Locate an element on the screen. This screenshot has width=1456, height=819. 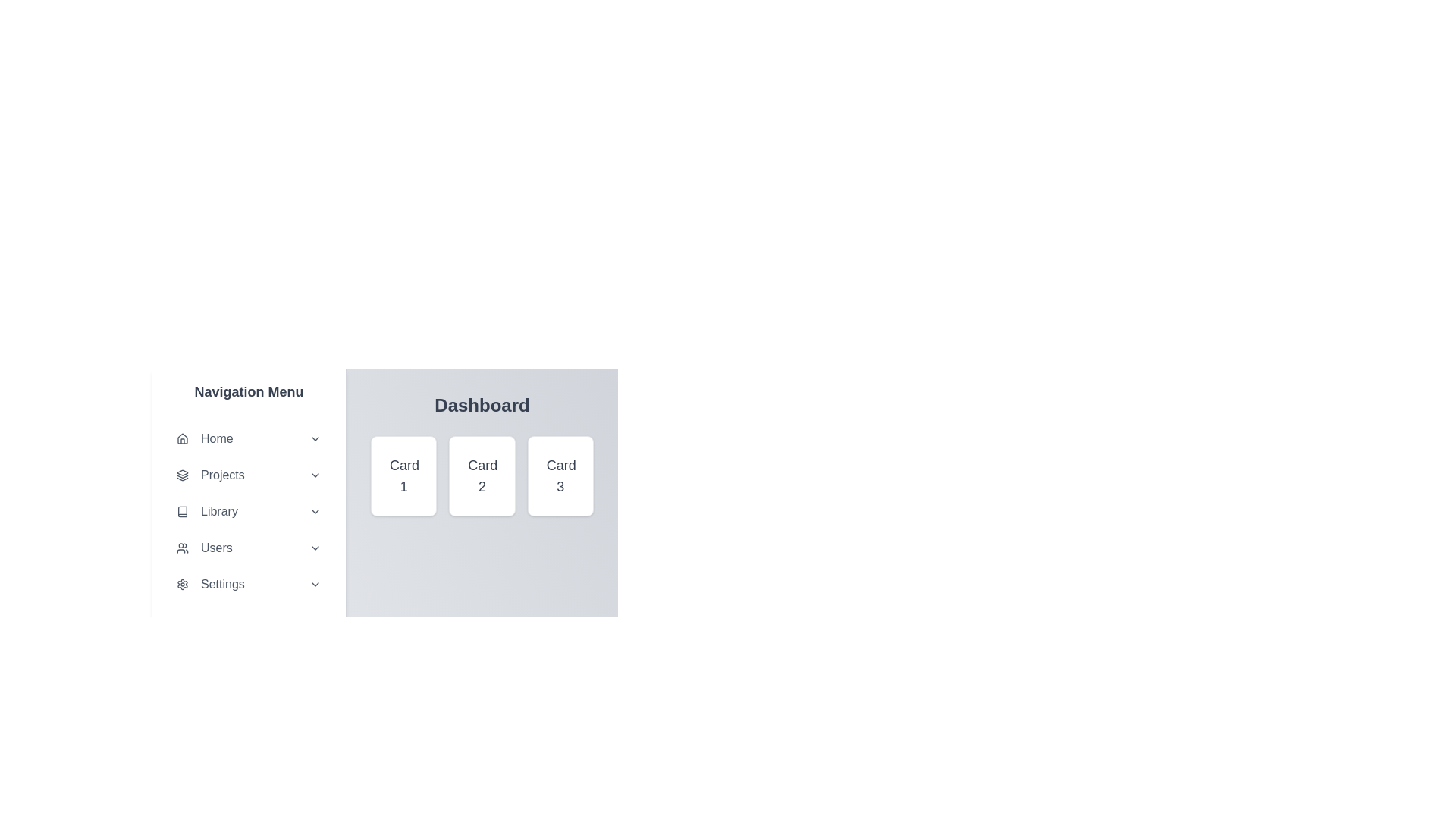
the 'Library' menu item is located at coordinates (249, 512).